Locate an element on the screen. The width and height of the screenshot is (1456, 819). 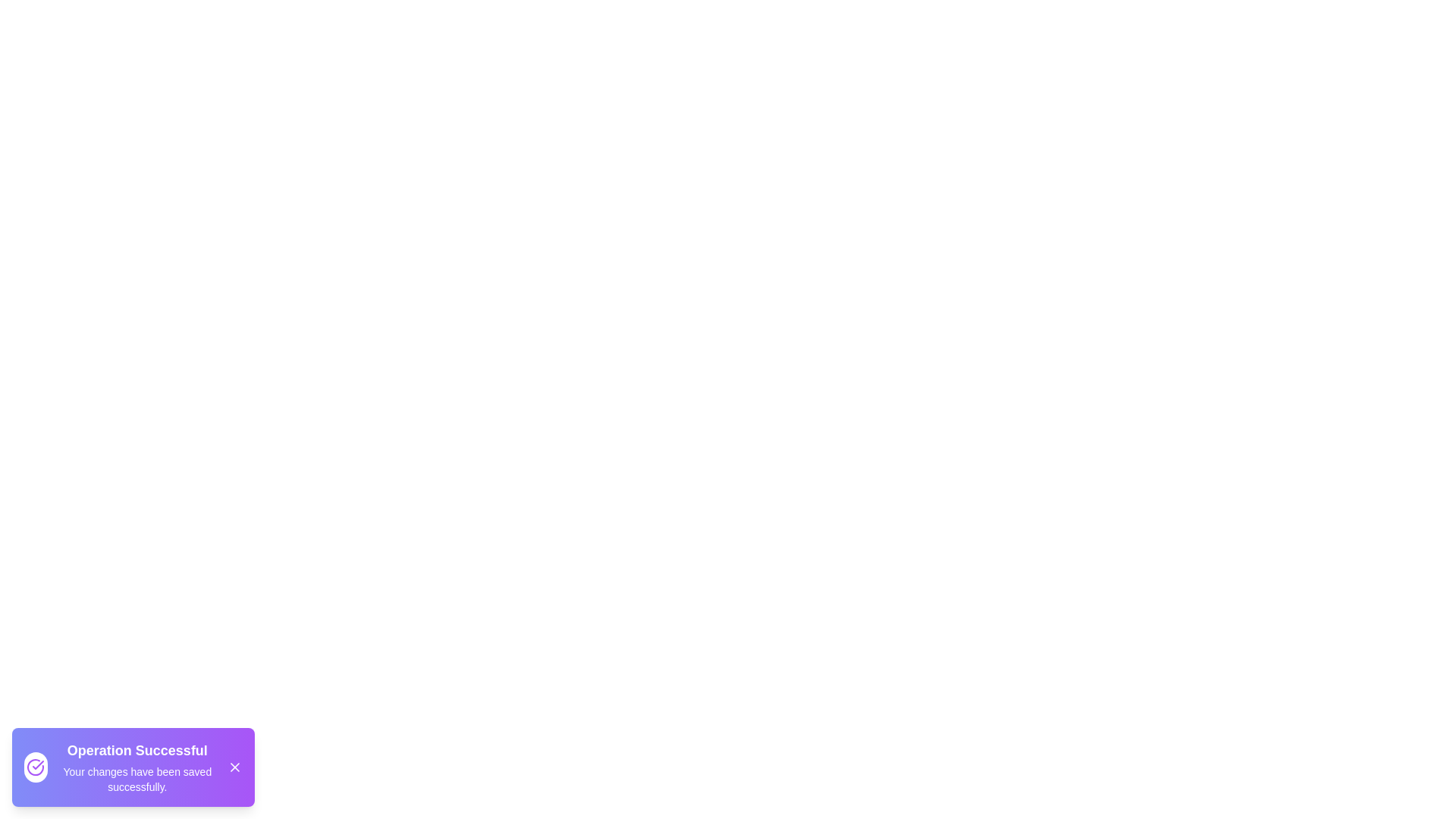
the close button to dismiss the snackbar is located at coordinates (234, 767).